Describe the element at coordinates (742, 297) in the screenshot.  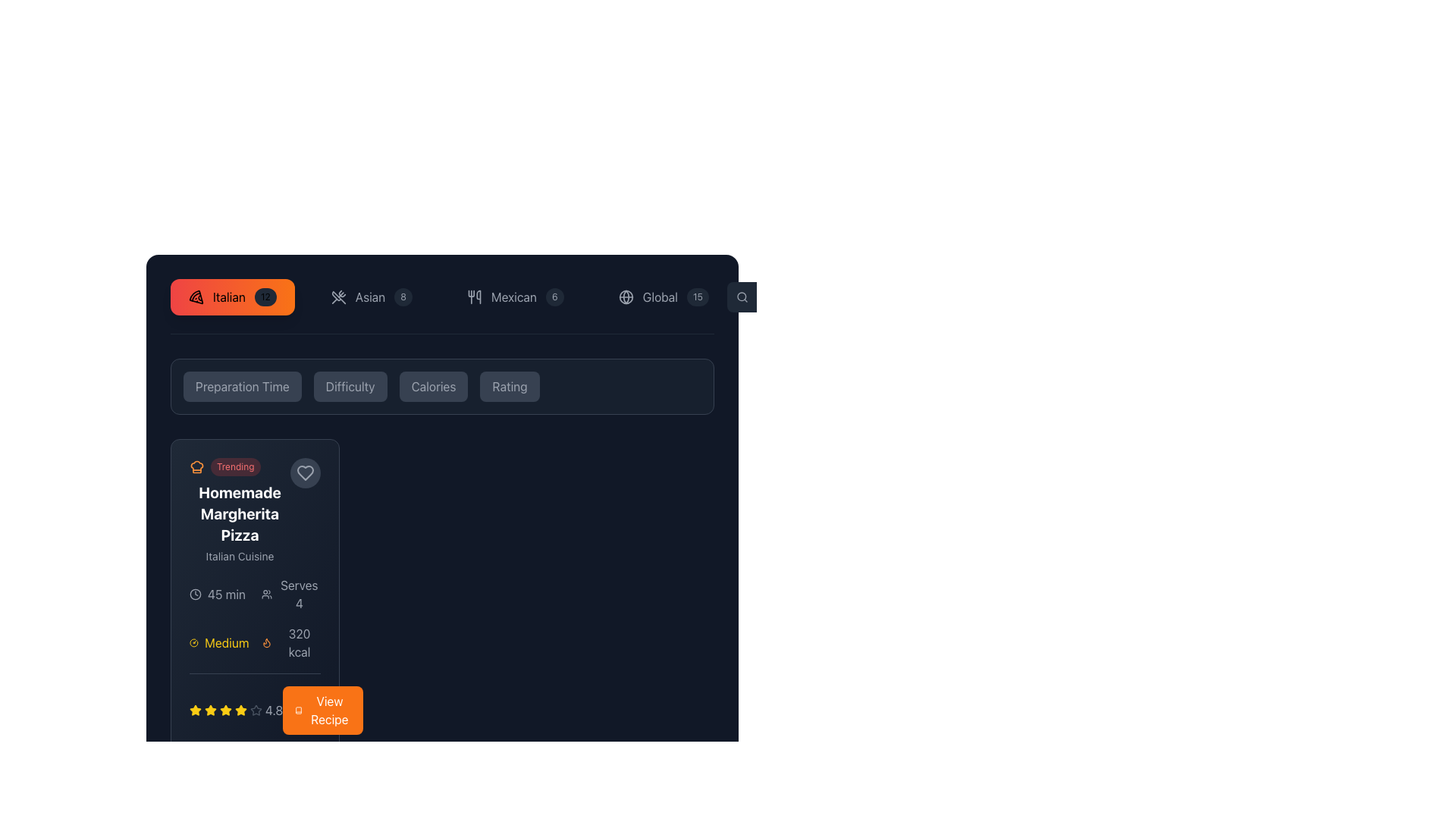
I see `the compact search icon with a light gray circular magnifying glass outline located towards the left side of the search bar to interact or display the tooltip` at that location.